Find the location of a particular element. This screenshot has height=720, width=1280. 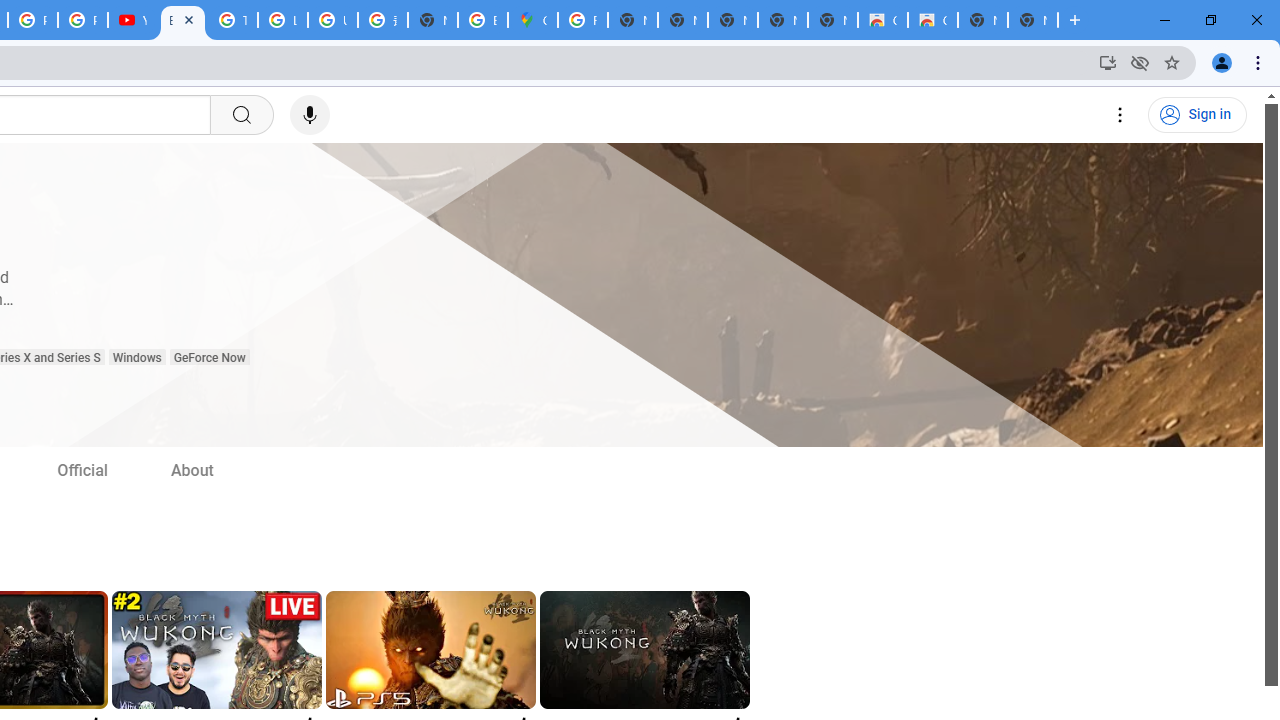

'Search with your voice' is located at coordinates (308, 115).